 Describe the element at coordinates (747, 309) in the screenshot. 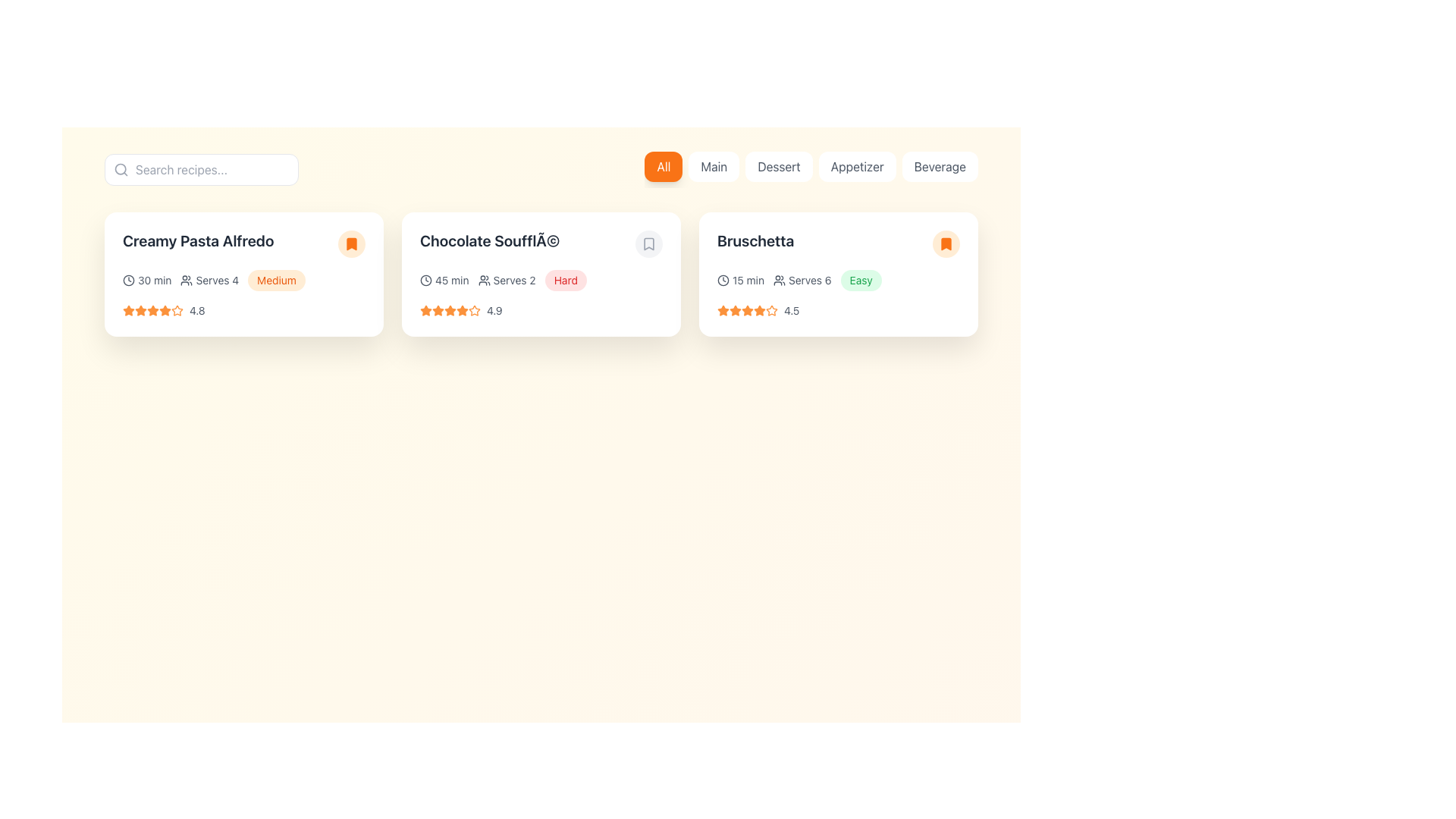

I see `the filled orange star icon, which is the fourth in a sequence of five stars representing a rating for 'Bruschetta'` at that location.